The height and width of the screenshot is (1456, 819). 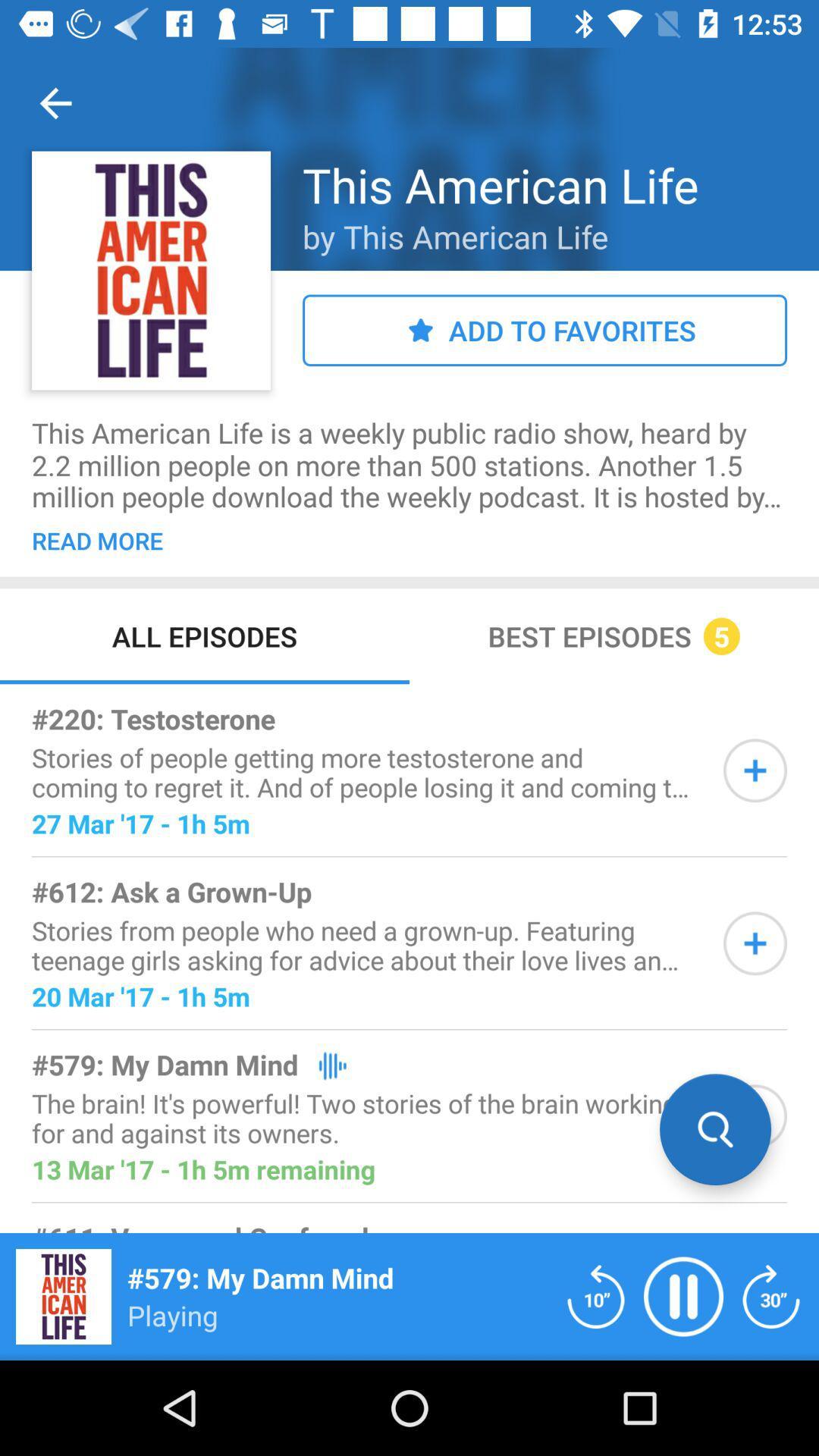 I want to click on episode, so click(x=755, y=770).